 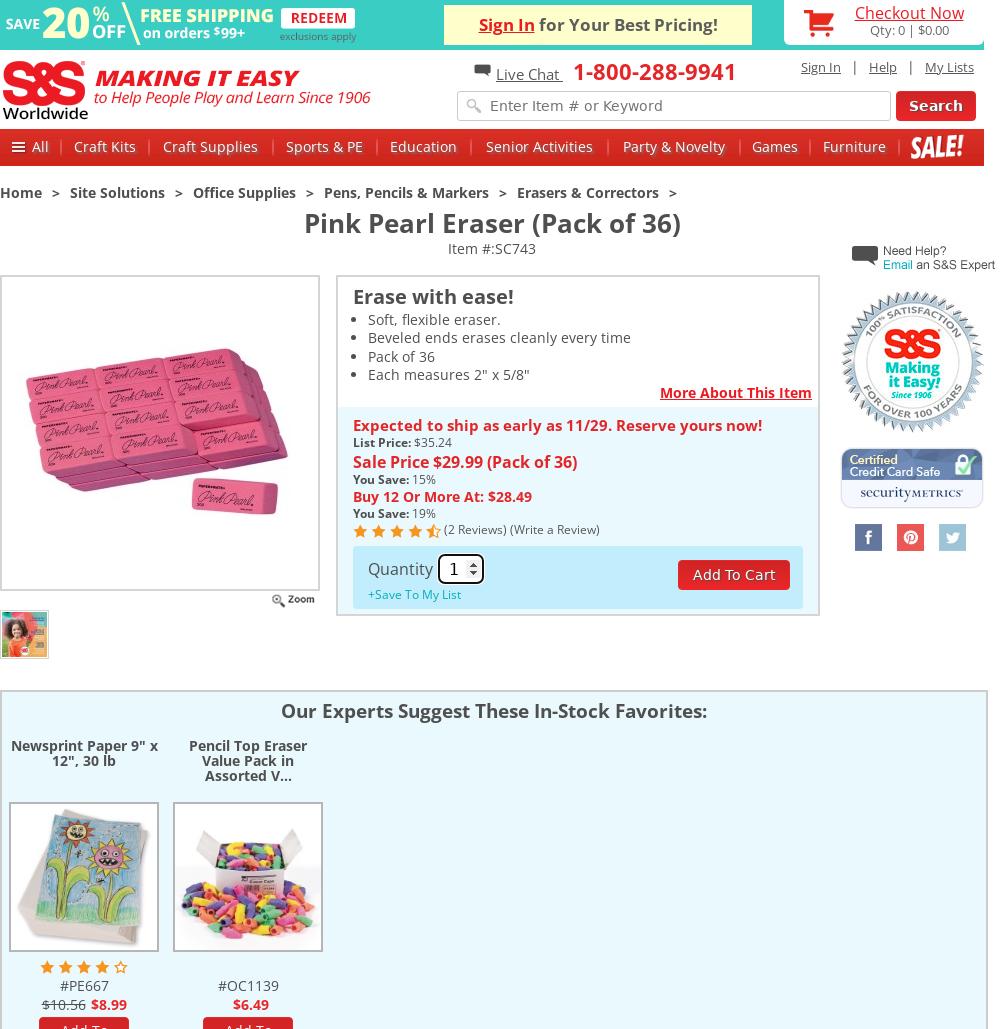 I want to click on 'Expected to ship as early as 11/29. Reserve yours now!', so click(x=557, y=423).